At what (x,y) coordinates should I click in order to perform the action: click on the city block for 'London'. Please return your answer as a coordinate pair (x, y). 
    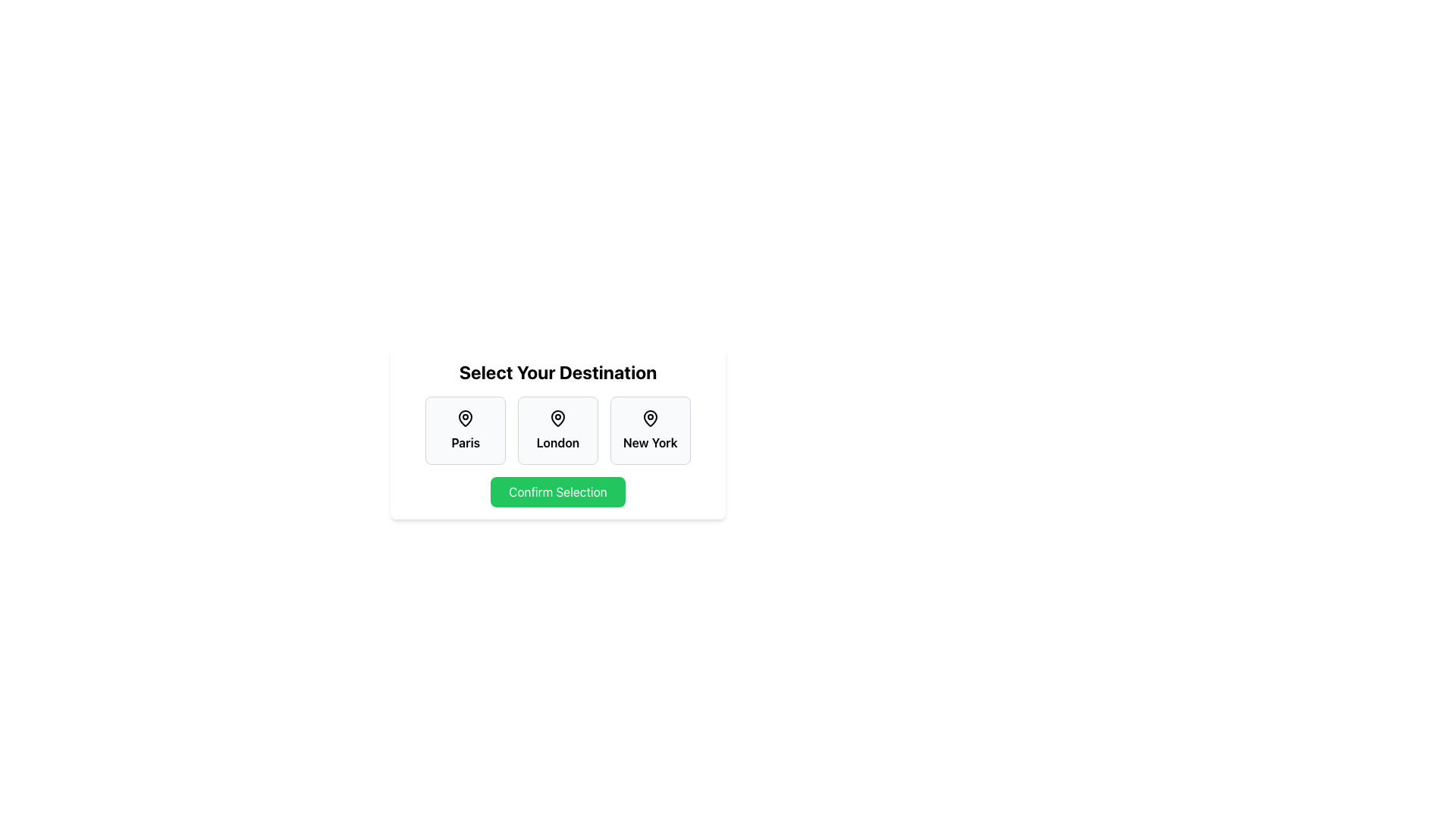
    Looking at the image, I should click on (557, 430).